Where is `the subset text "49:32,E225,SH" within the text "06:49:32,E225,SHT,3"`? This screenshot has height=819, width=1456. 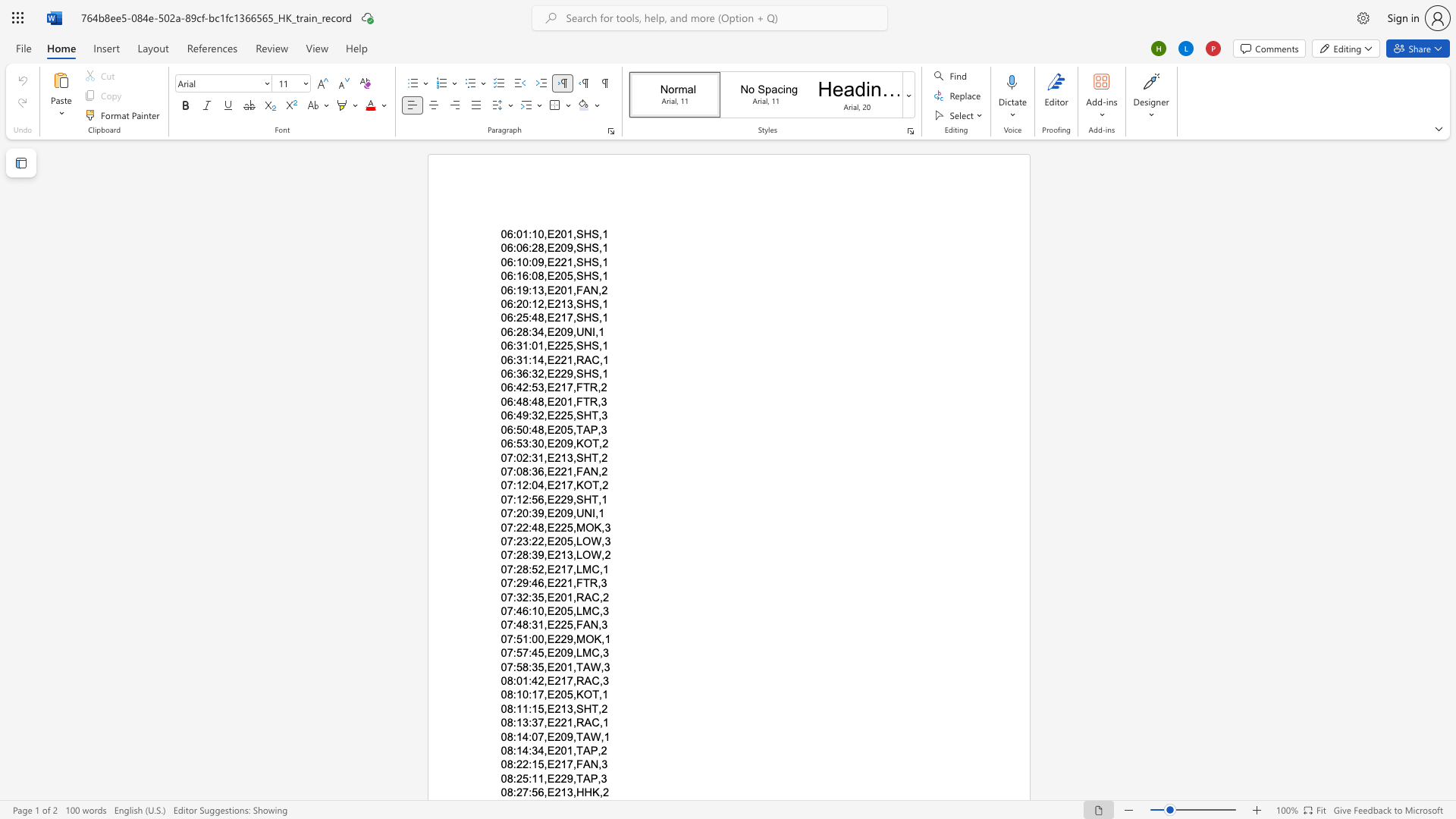 the subset text "49:32,E225,SH" within the text "06:49:32,E225,SHT,3" is located at coordinates (516, 416).